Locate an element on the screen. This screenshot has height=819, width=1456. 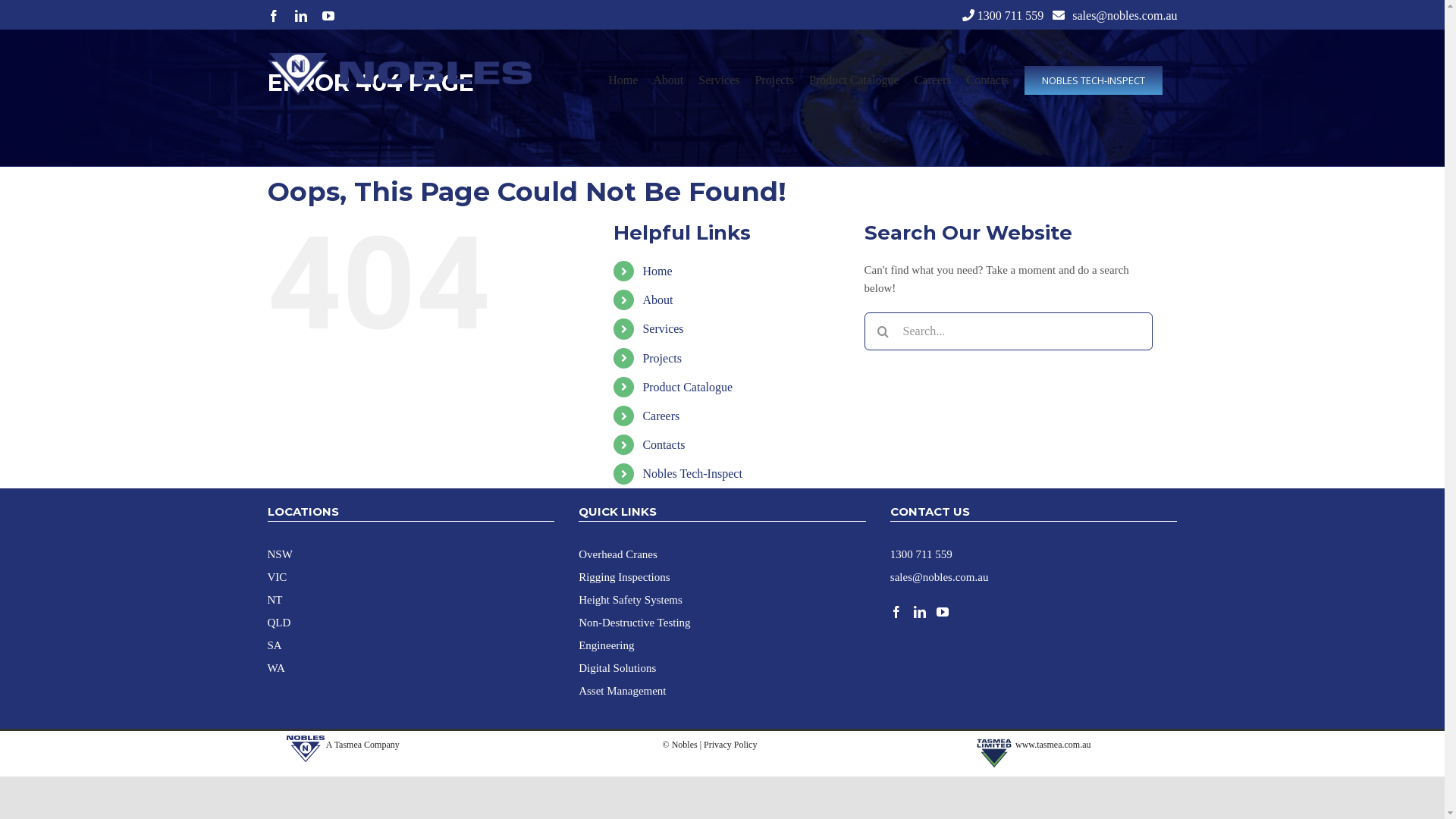
'NT' is located at coordinates (274, 598).